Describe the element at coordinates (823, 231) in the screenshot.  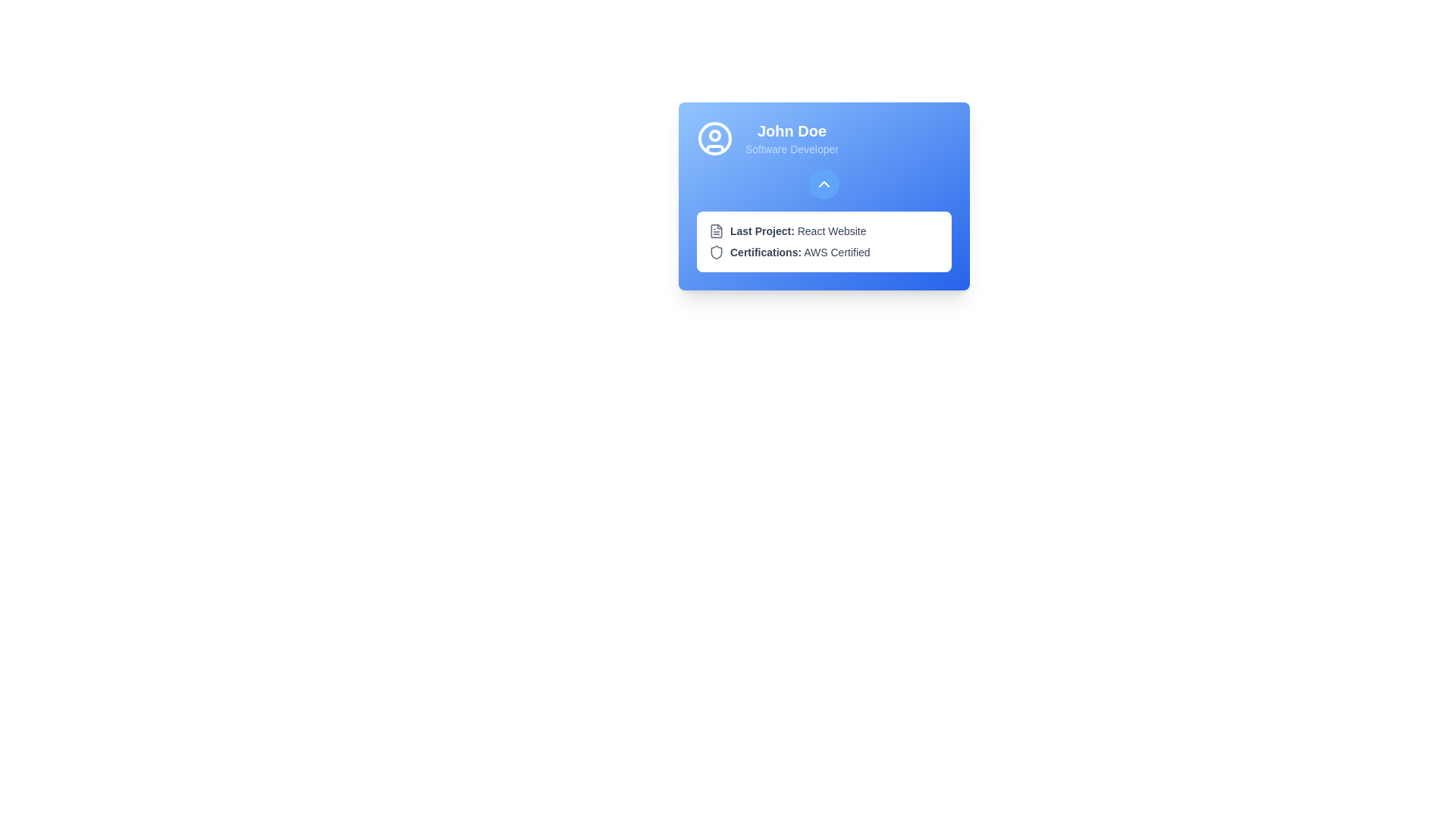
I see `the document icon next to the text 'Last Project: React Website' for details` at that location.